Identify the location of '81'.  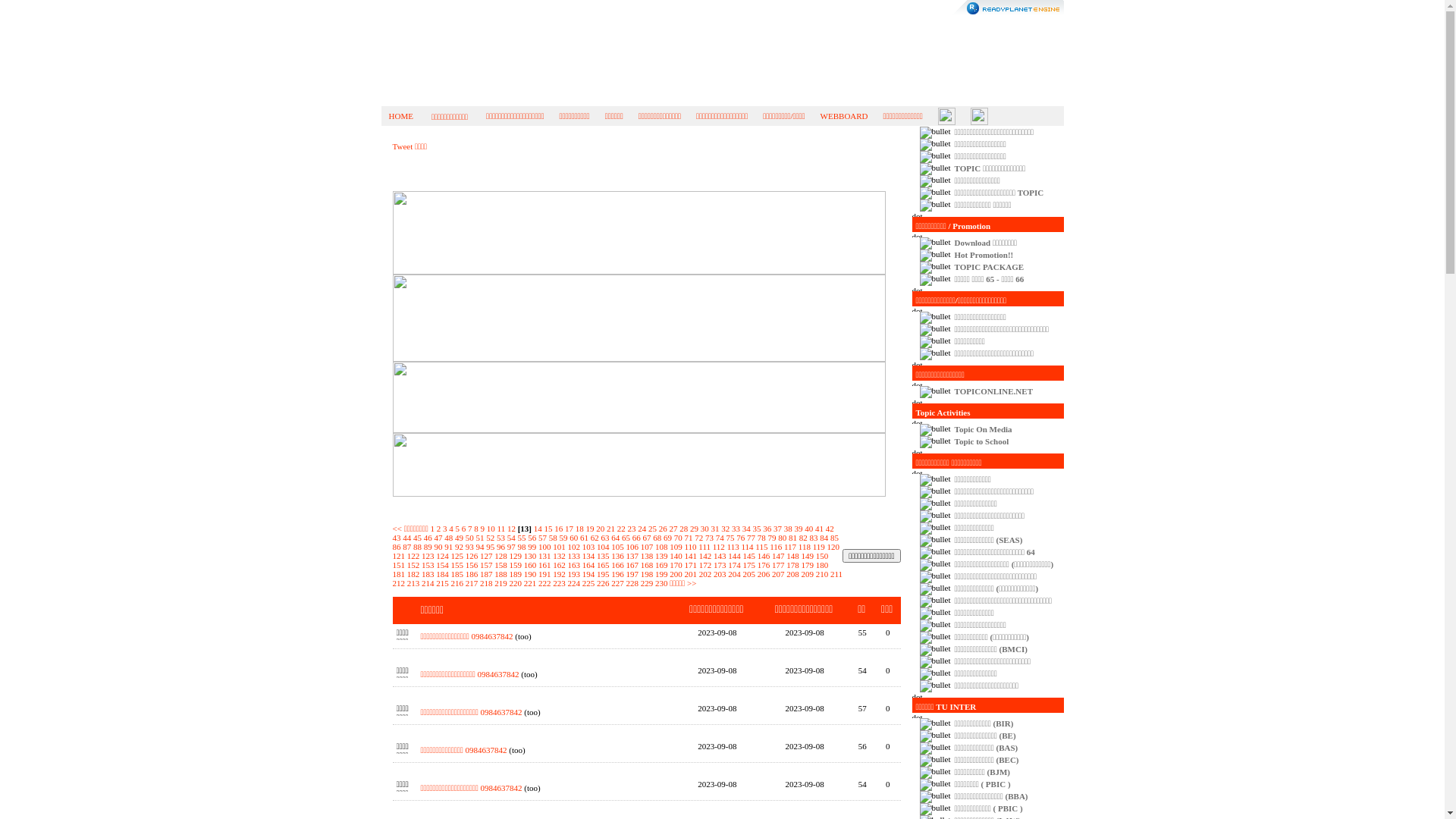
(789, 537).